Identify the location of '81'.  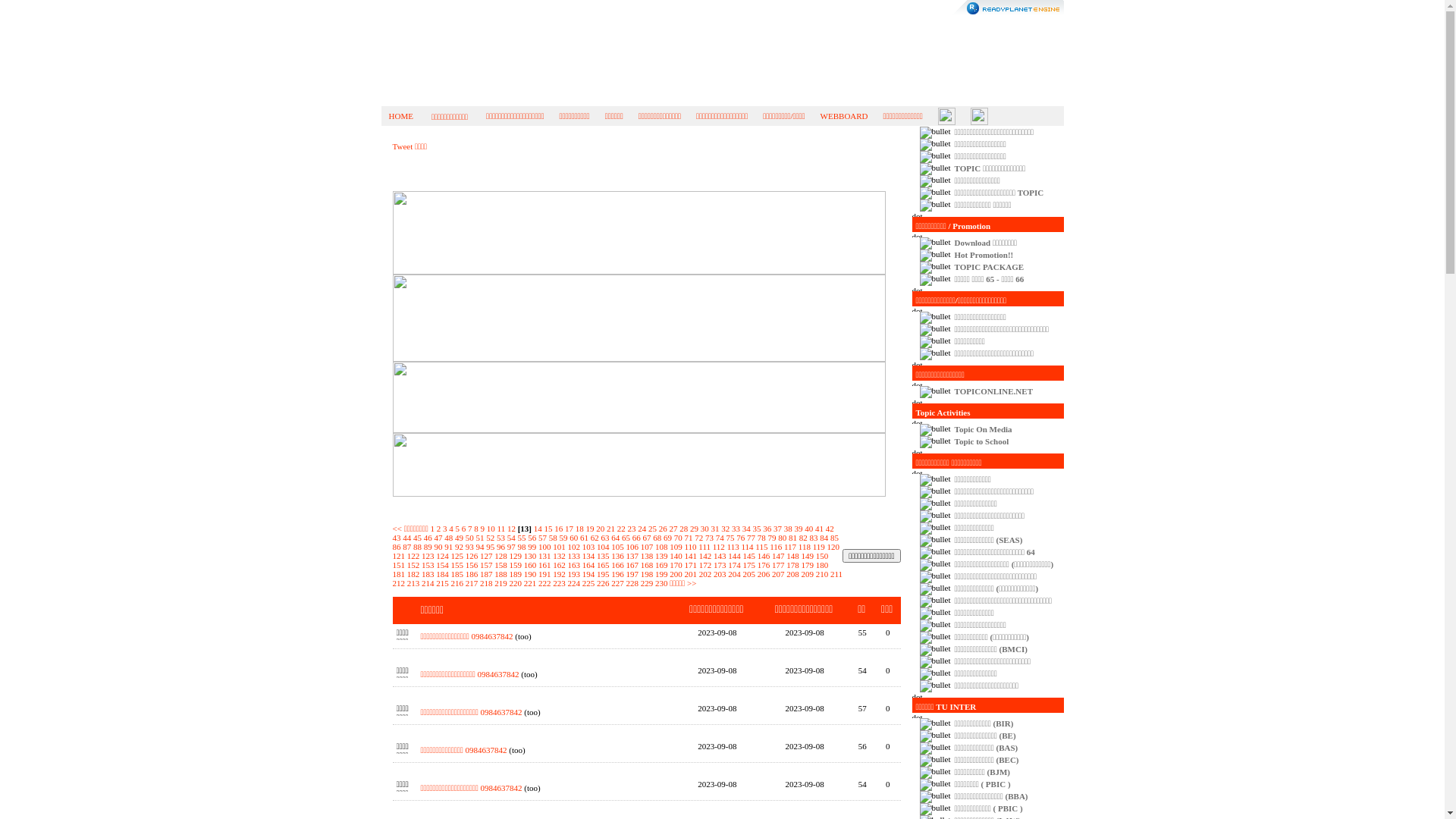
(789, 537).